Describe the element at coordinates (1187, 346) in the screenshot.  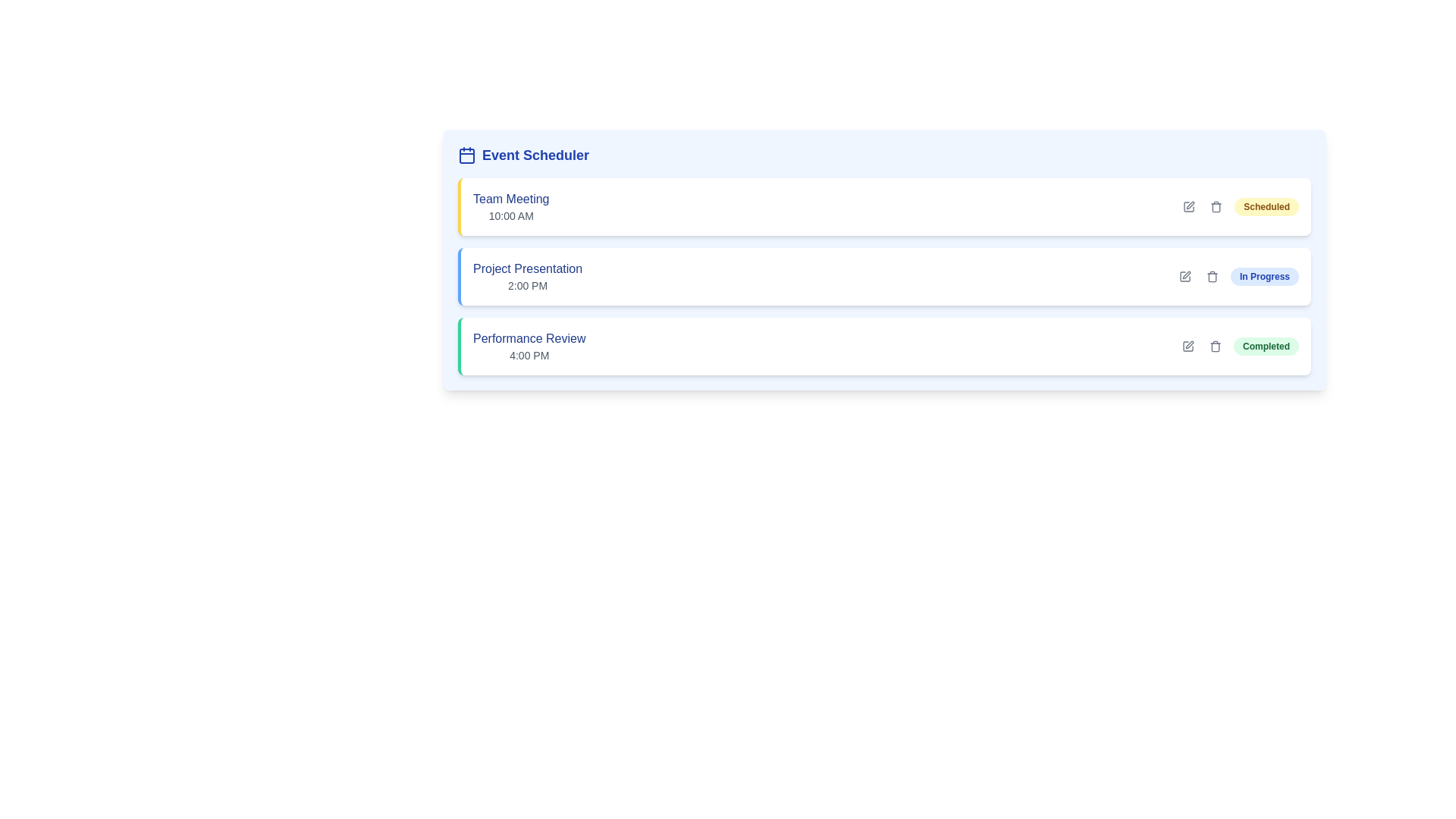
I see `the small, circular edit button with a gray border located adjacent to the text 'Completed' in the 'Event Scheduler' list` at that location.